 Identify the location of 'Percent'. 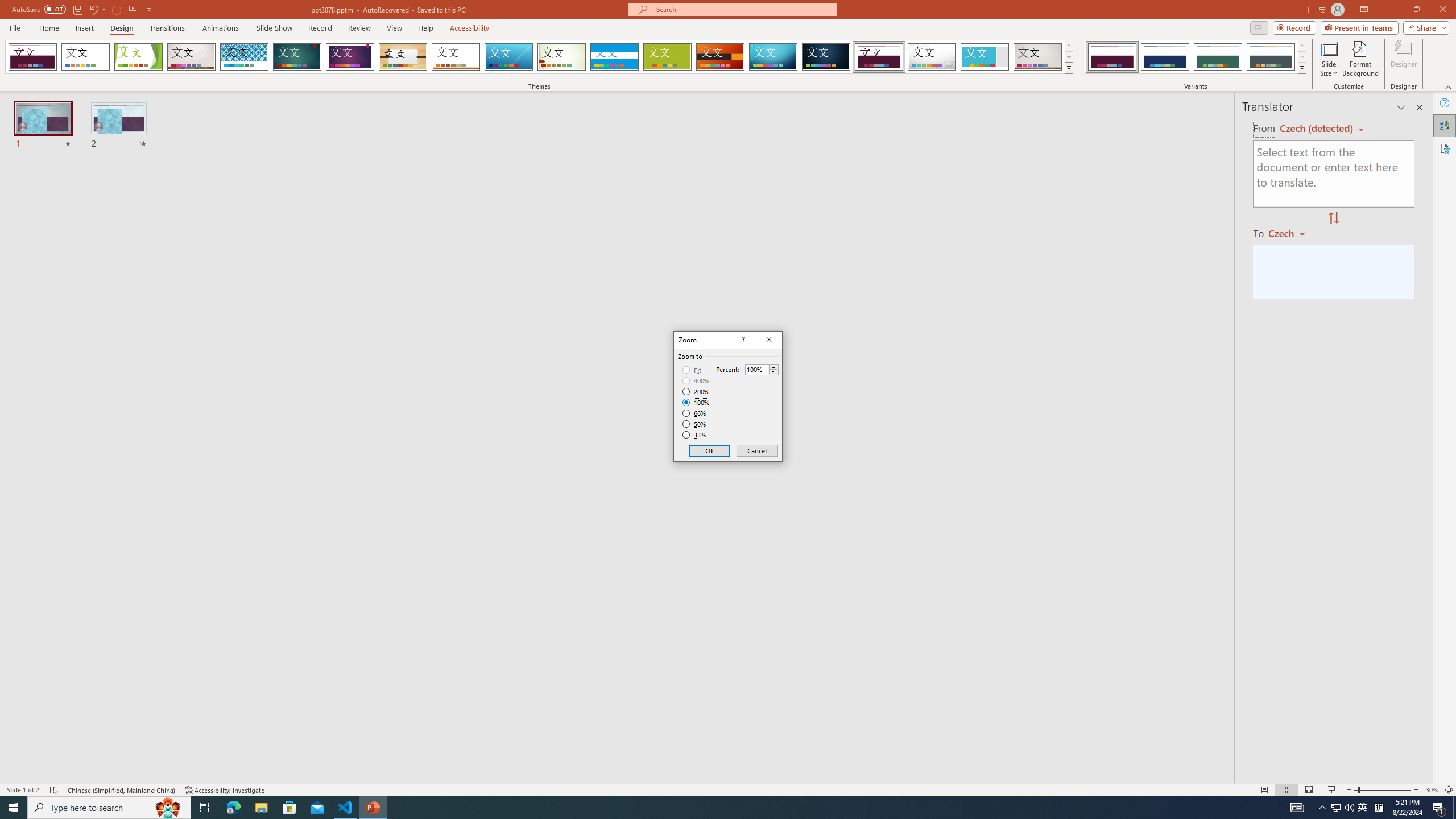
(762, 369).